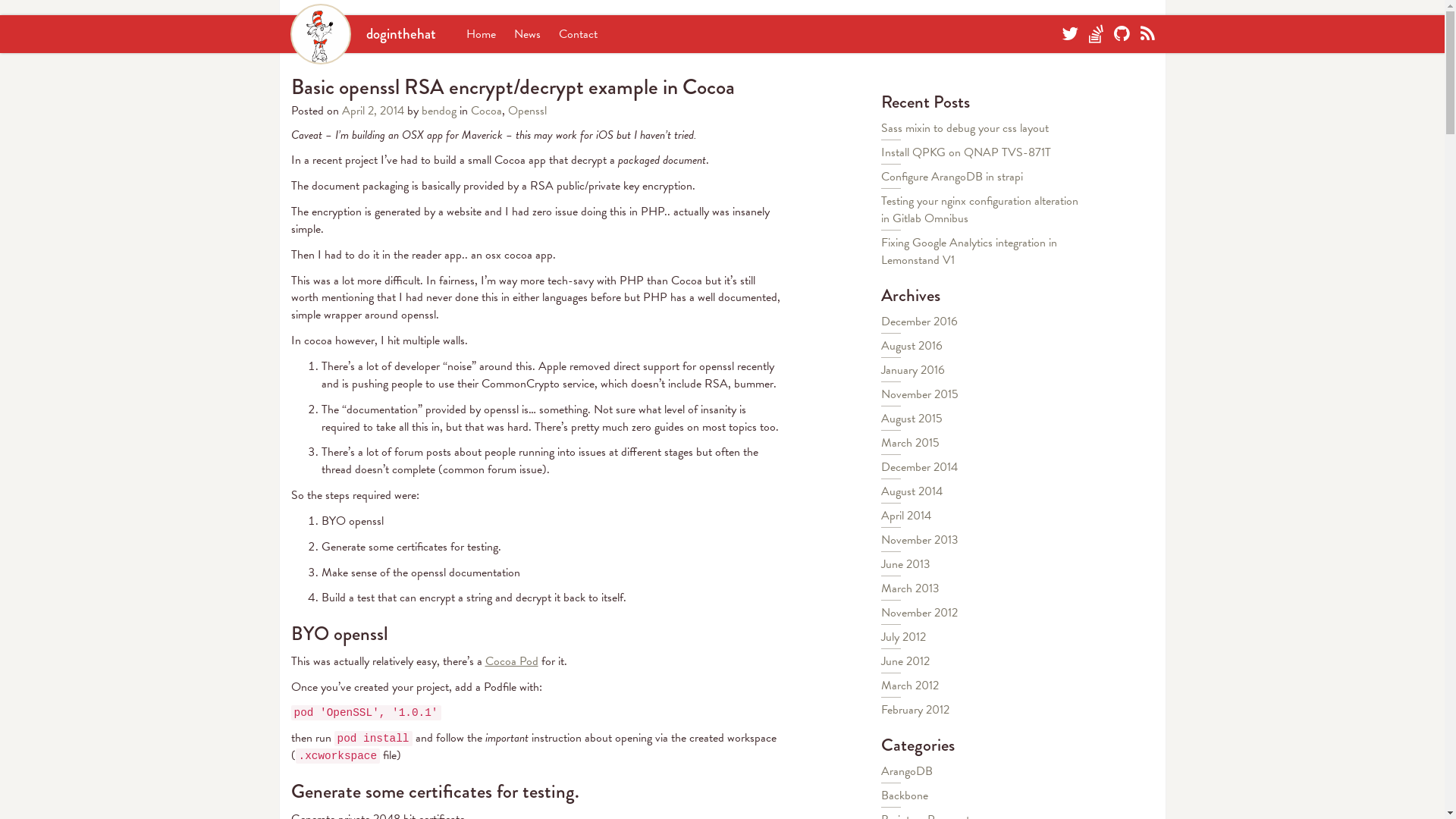  I want to click on 'April 2014', so click(906, 514).